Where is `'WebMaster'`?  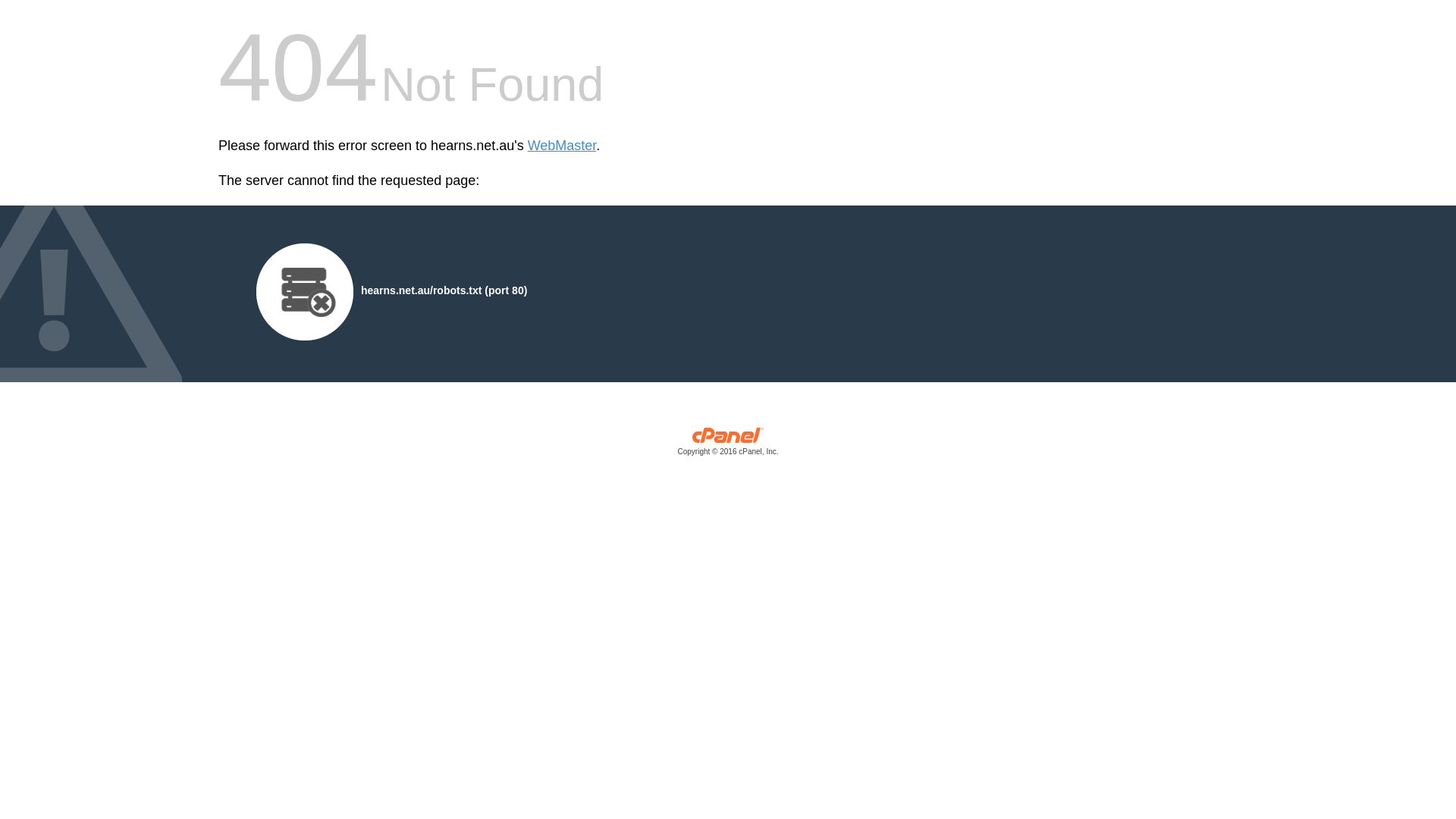 'WebMaster' is located at coordinates (528, 146).